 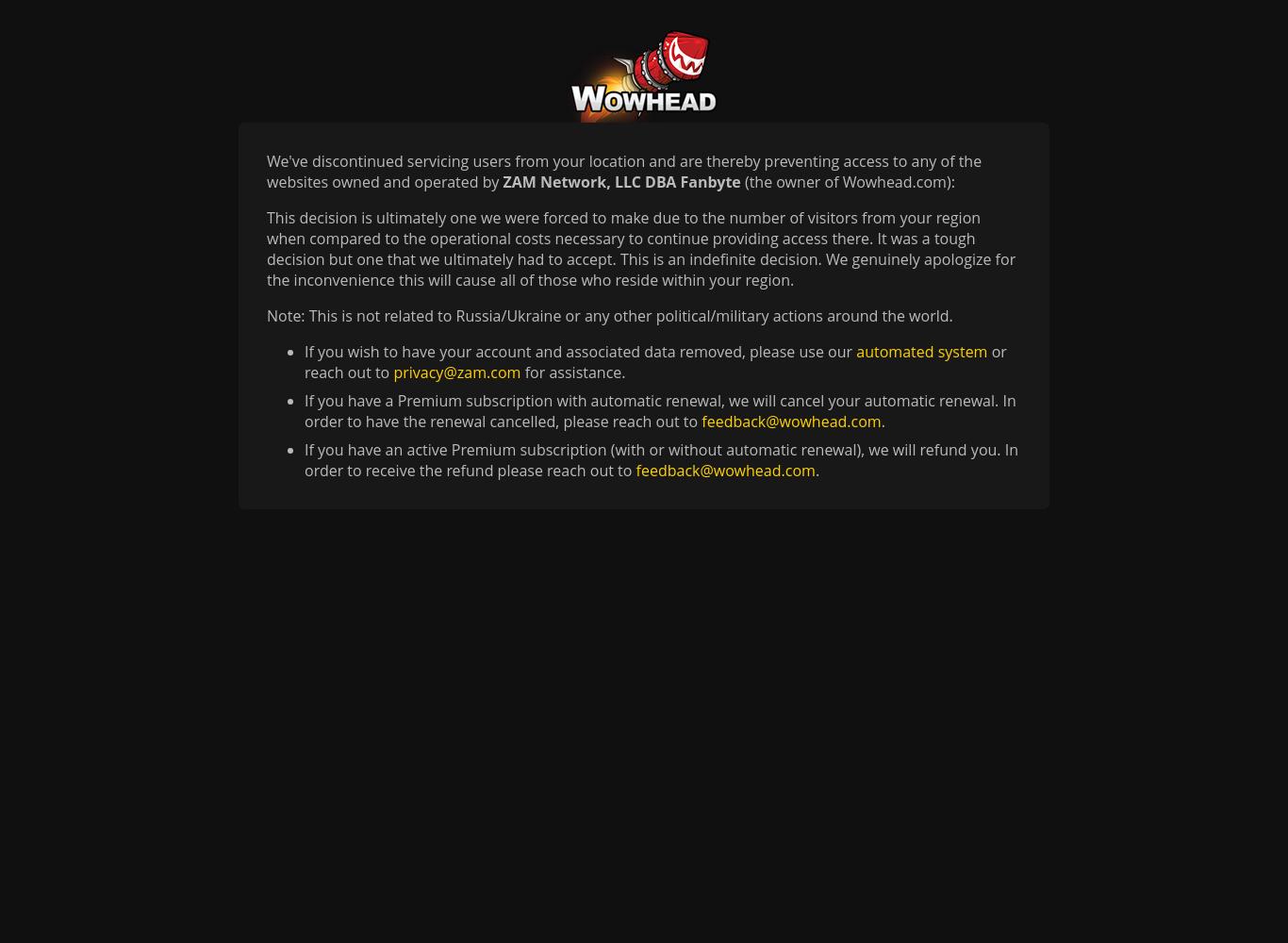 What do you see at coordinates (639, 249) in the screenshot?
I see `'This decision is ultimately one we were forced to make due to the number of visitors from your region when compared to the operational costs necessary to continue providing access there. It was a tough decision but one that we ultimately had to accept. This is an indefinite decision. We genuinely apologize for the inconvenience this will cause all of those who reside within your region.'` at bounding box center [639, 249].